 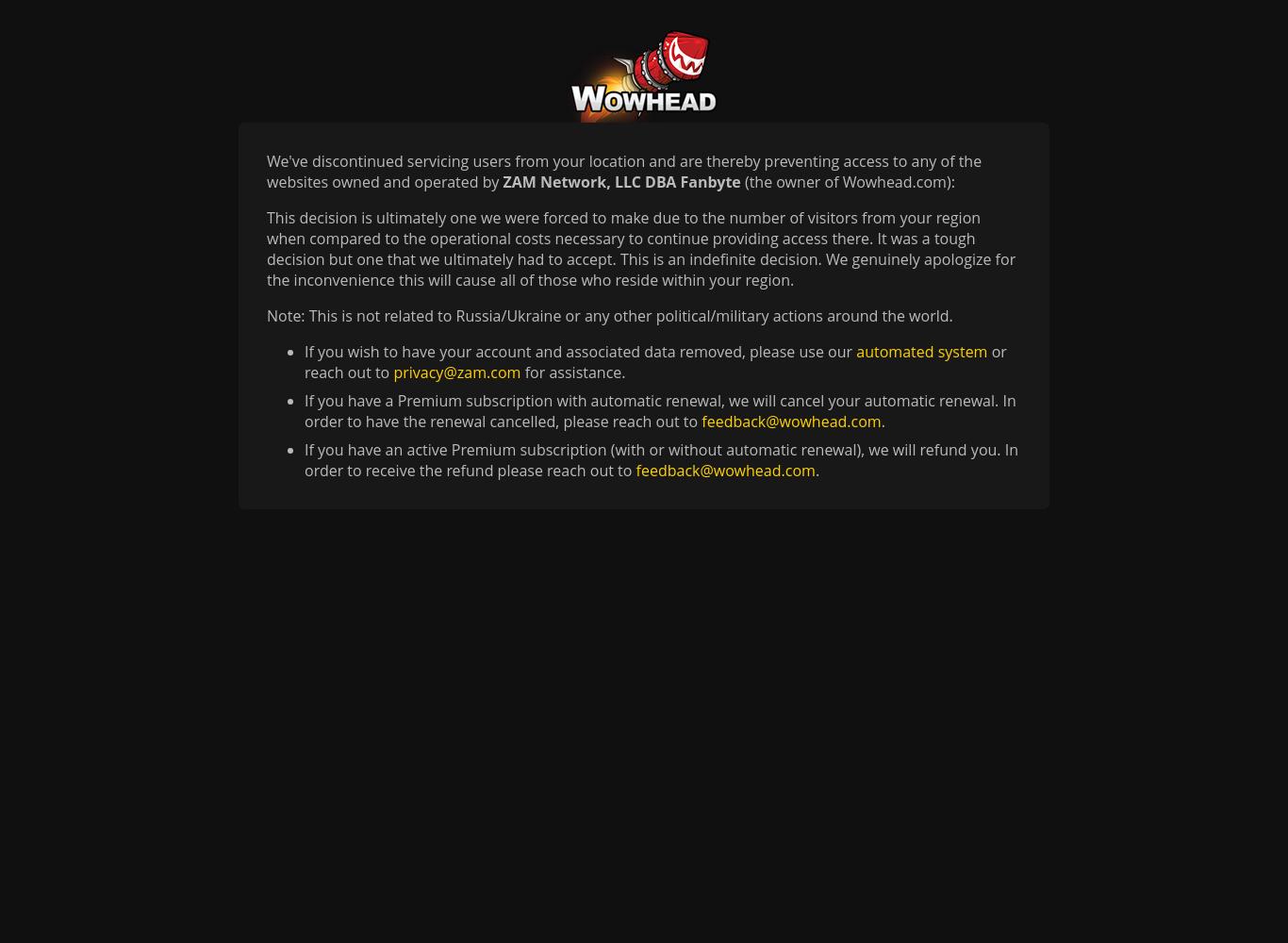 What do you see at coordinates (639, 249) in the screenshot?
I see `'This decision is ultimately one we were forced to make due to the number of visitors from your region when compared to the operational costs necessary to continue providing access there. It was a tough decision but one that we ultimately had to accept. This is an indefinite decision. We genuinely apologize for the inconvenience this will cause all of those who reside within your region.'` at bounding box center [639, 249].